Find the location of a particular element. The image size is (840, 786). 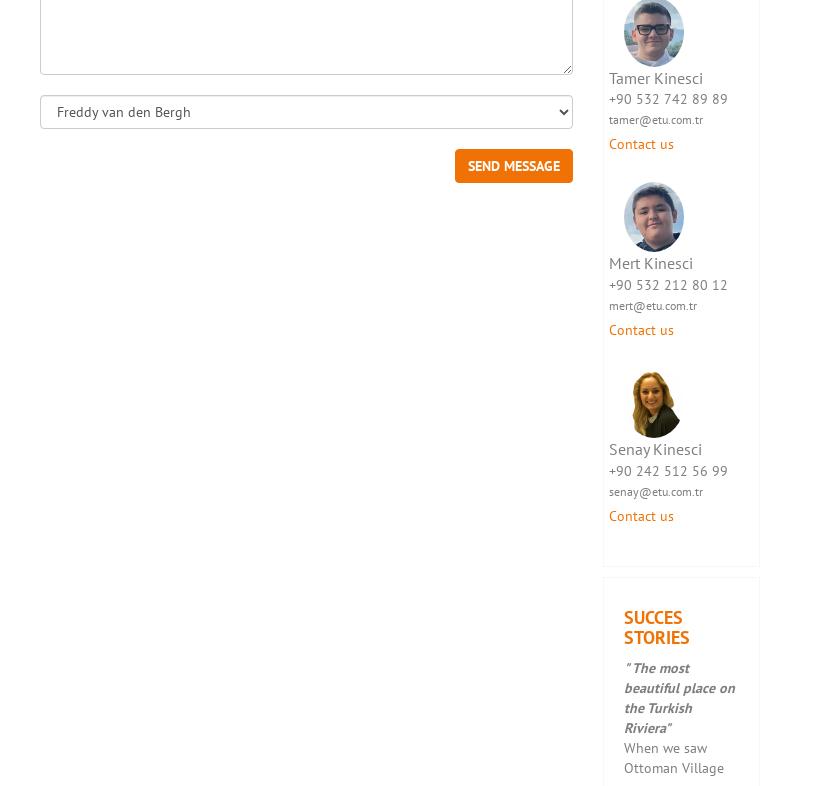

'+90 242 512 56 99' is located at coordinates (667, 469).